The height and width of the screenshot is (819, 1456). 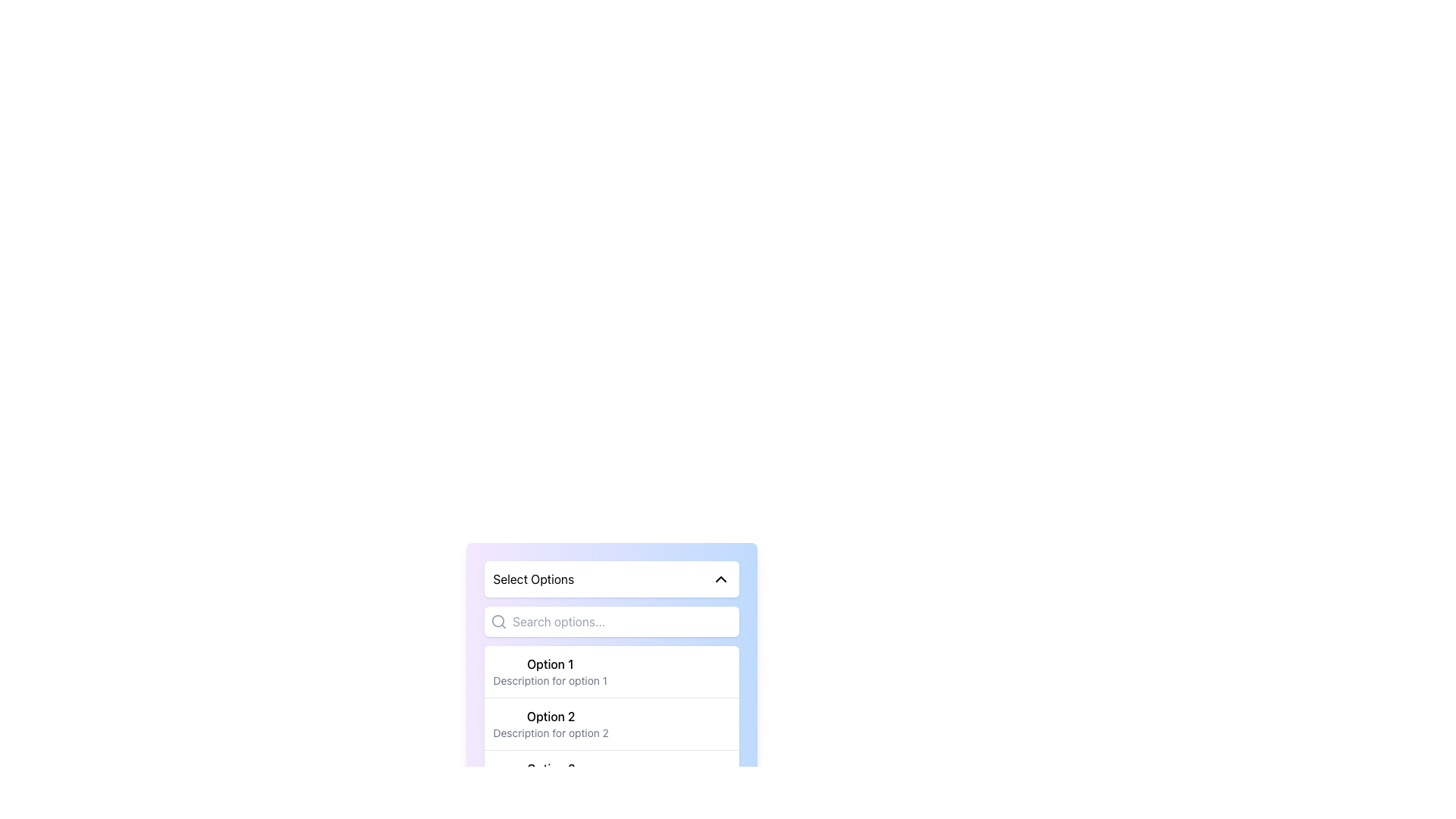 I want to click on the second option in the dropdown menu, so click(x=611, y=723).